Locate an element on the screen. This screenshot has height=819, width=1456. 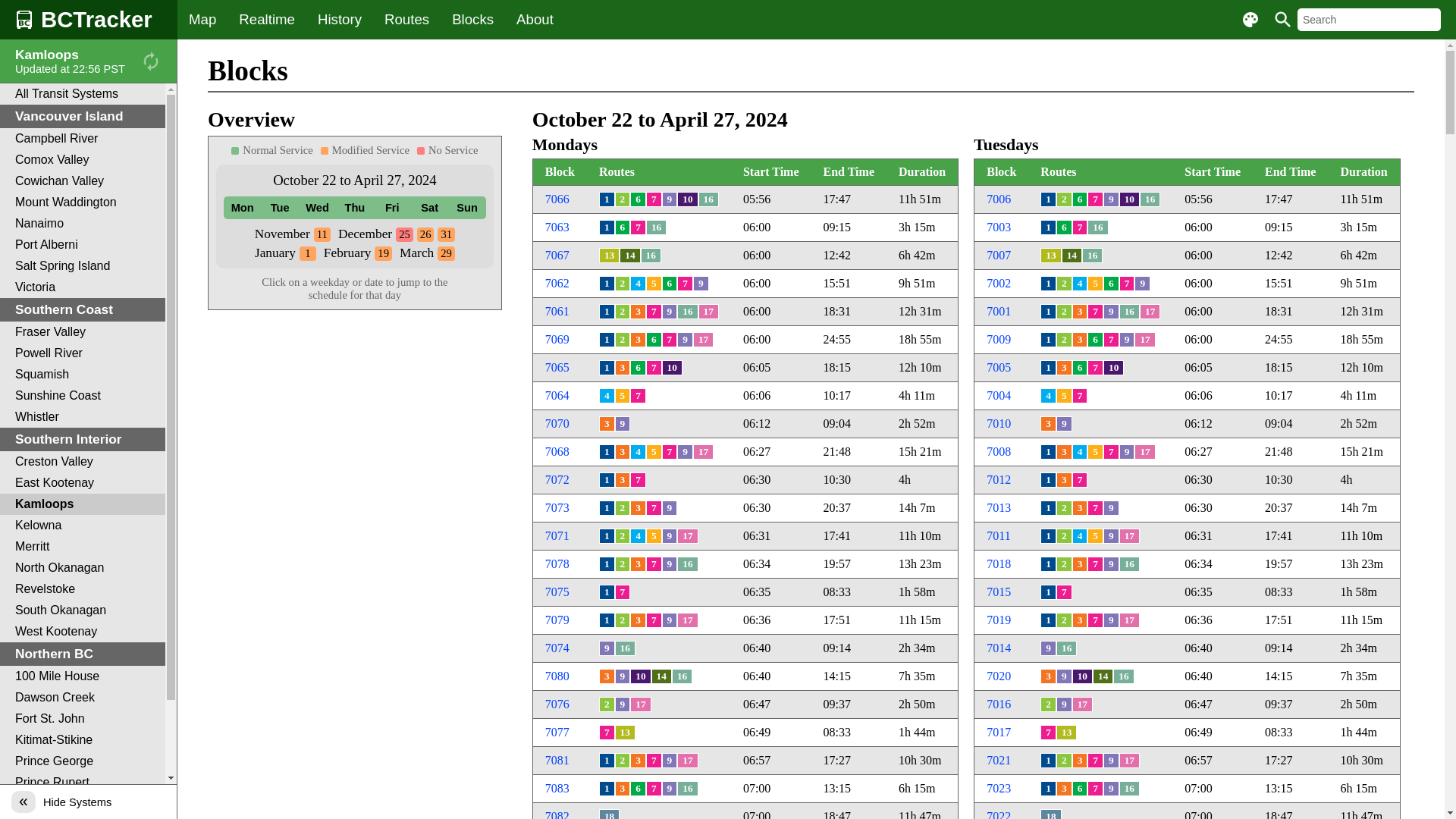
'Port Alberni' is located at coordinates (82, 244).